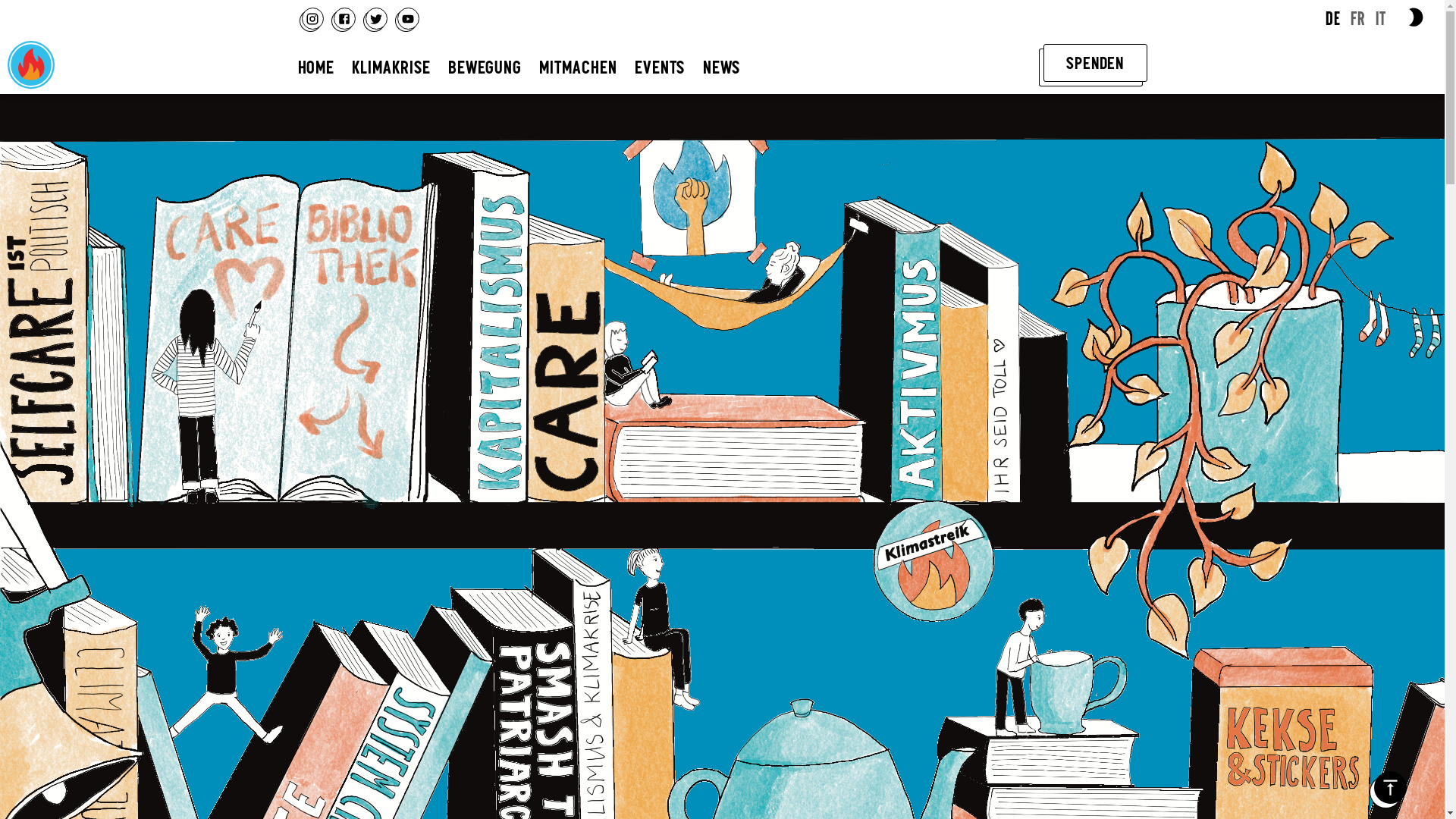  I want to click on 'DE', so click(1332, 18).